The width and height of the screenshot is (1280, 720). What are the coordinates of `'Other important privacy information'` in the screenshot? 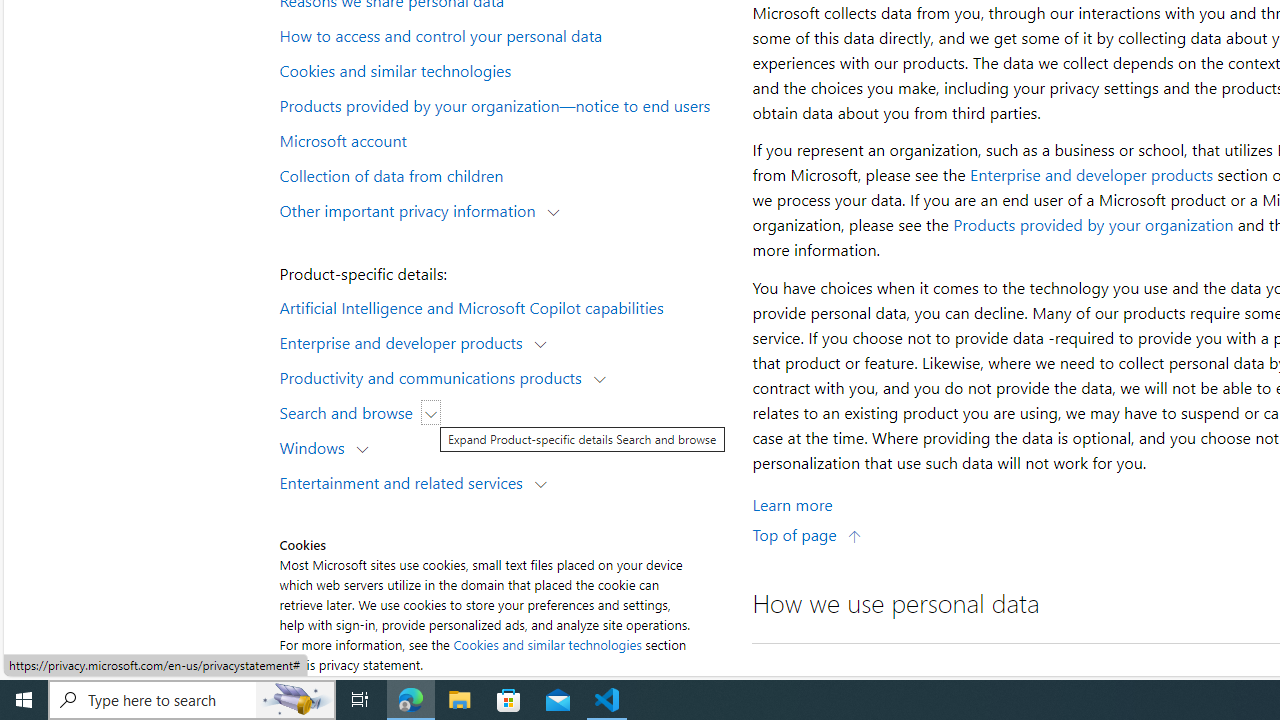 It's located at (411, 209).